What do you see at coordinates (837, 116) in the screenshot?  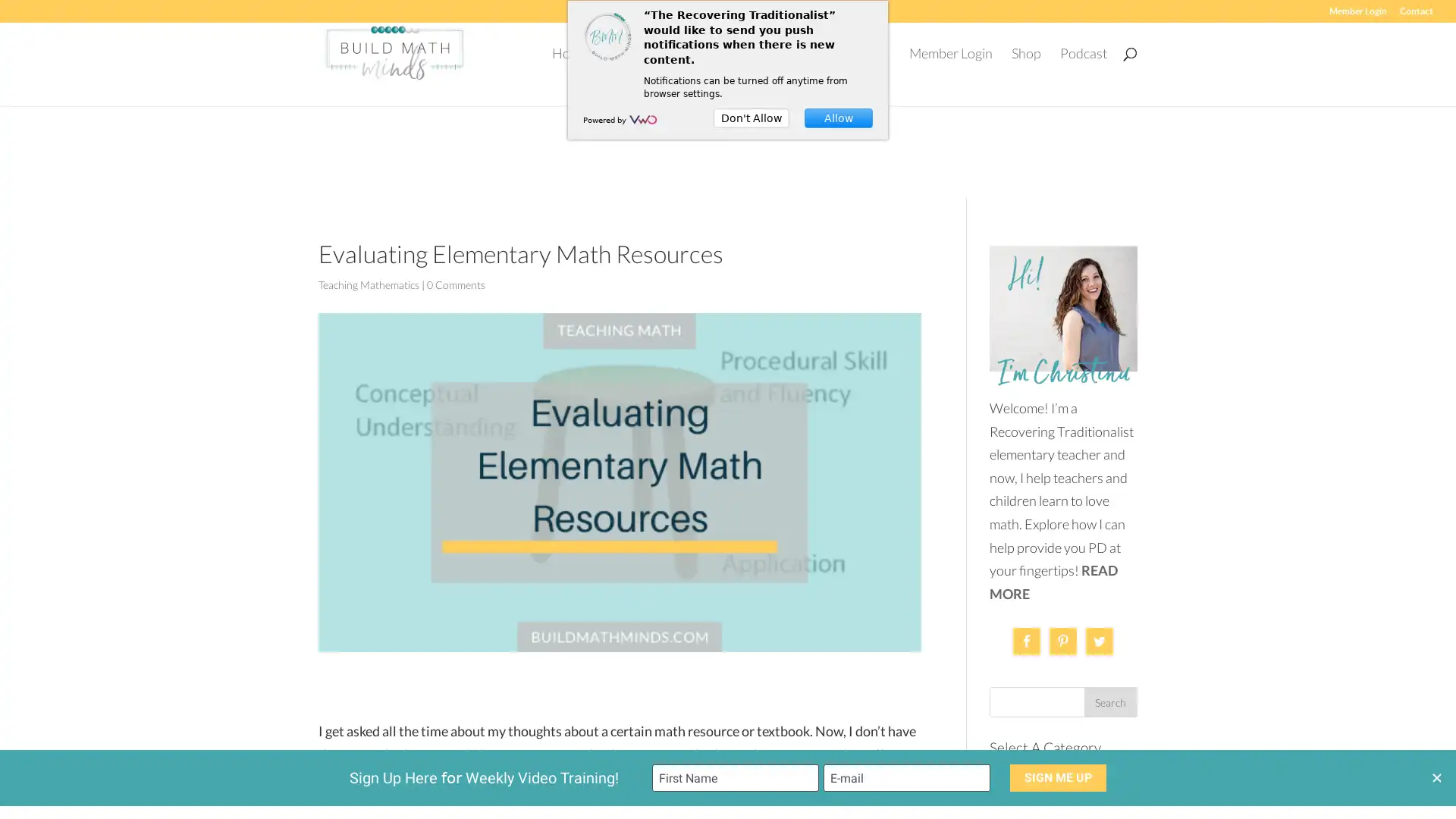 I see `Allow` at bounding box center [837, 116].